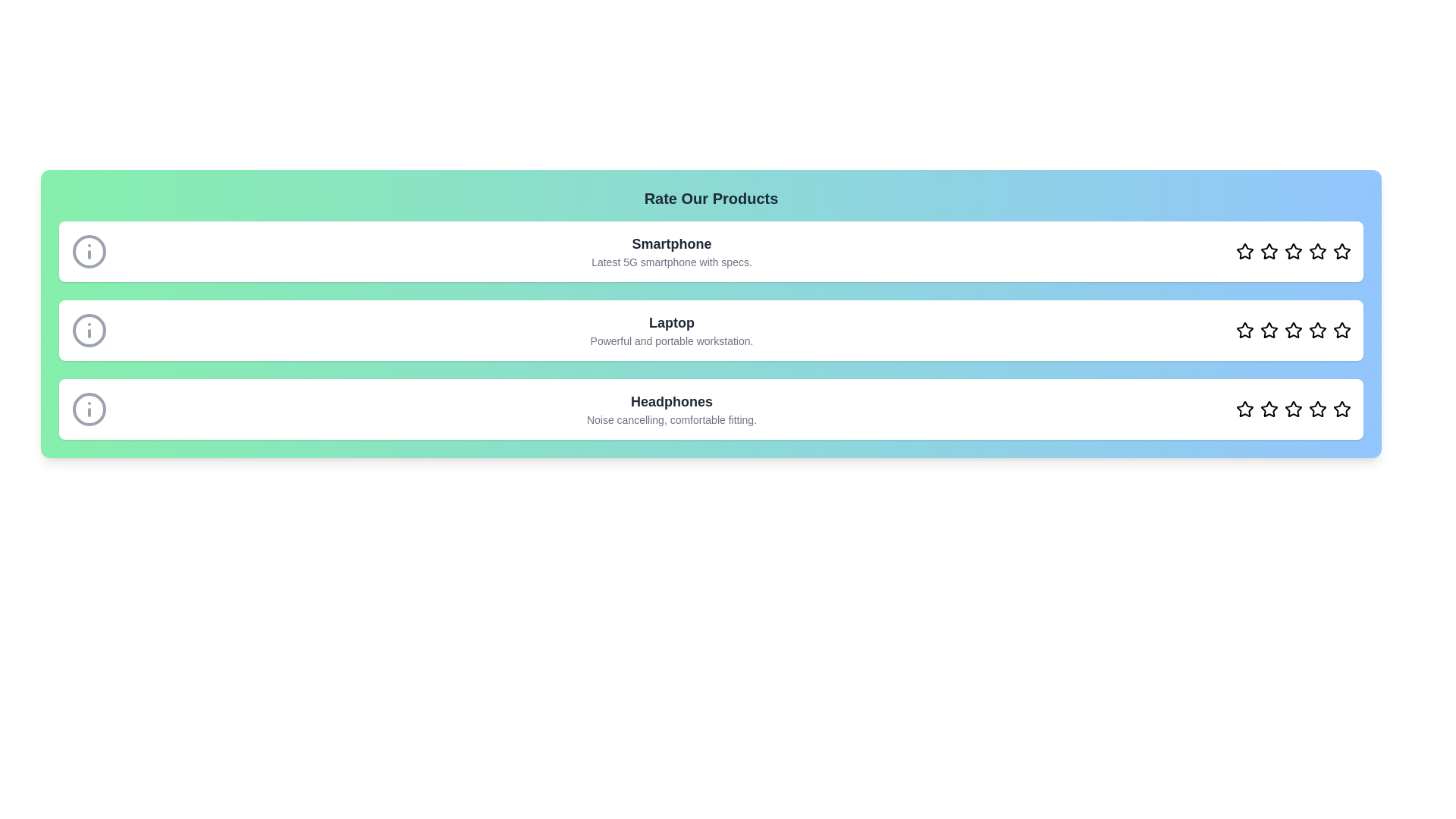 Image resolution: width=1456 pixels, height=819 pixels. What do you see at coordinates (1292, 329) in the screenshot?
I see `the fourth star icon in the rating system` at bounding box center [1292, 329].